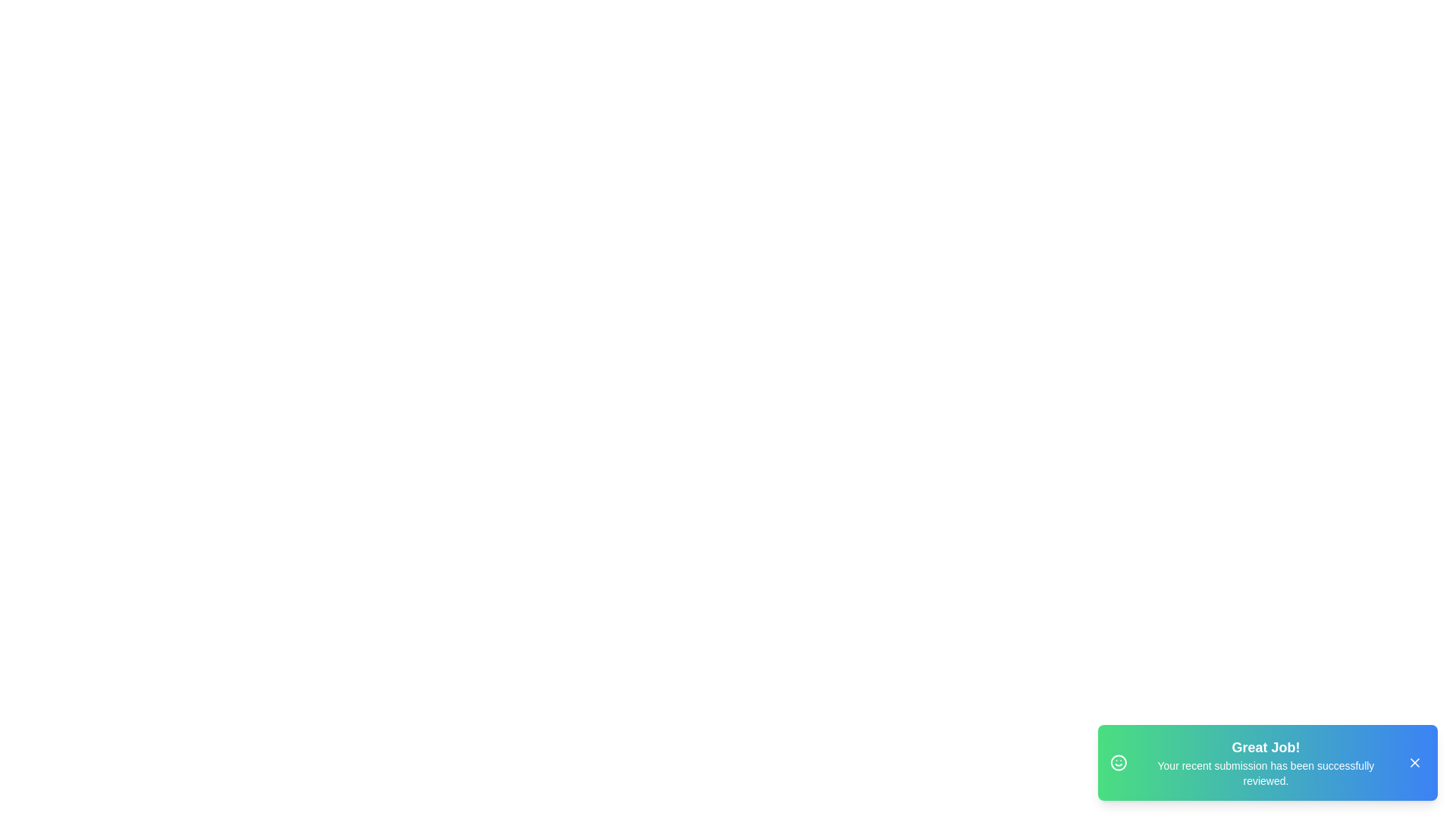 This screenshot has width=1456, height=819. I want to click on the close button of the Snackbar to dismiss it, so click(1414, 763).